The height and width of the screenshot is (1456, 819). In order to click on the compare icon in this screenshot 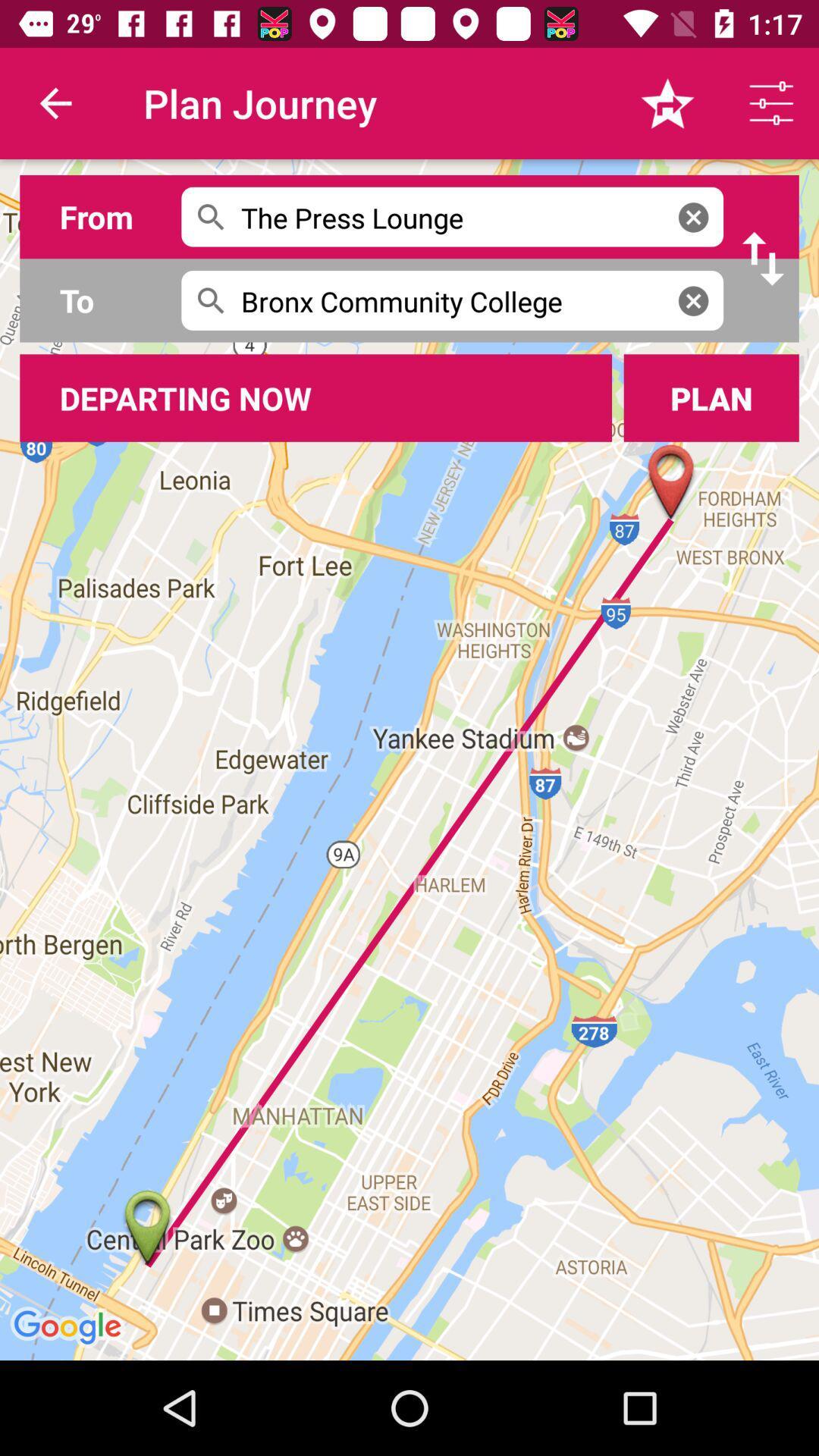, I will do `click(763, 259)`.